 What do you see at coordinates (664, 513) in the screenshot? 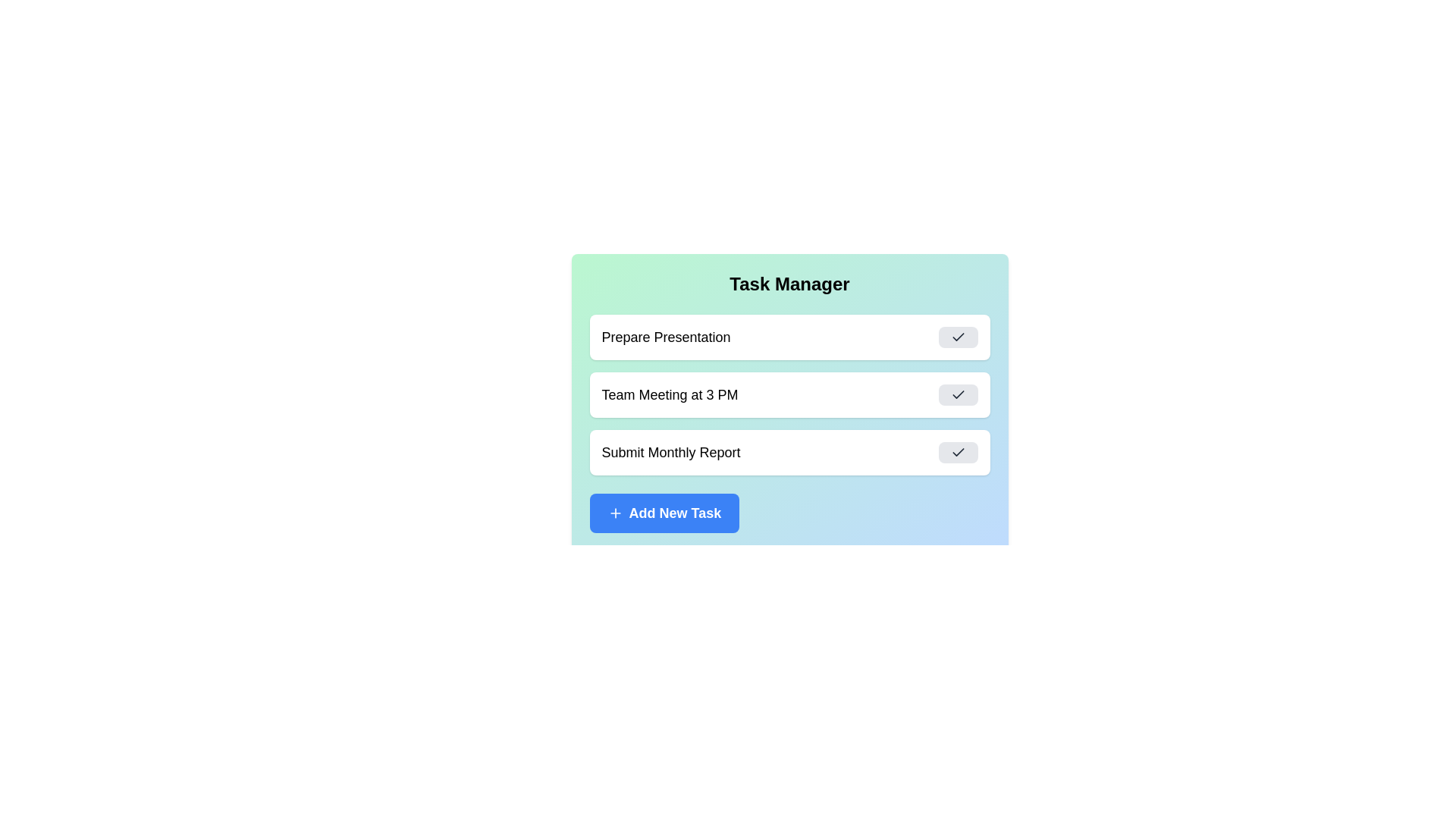
I see `the 'Add New Task' button` at bounding box center [664, 513].